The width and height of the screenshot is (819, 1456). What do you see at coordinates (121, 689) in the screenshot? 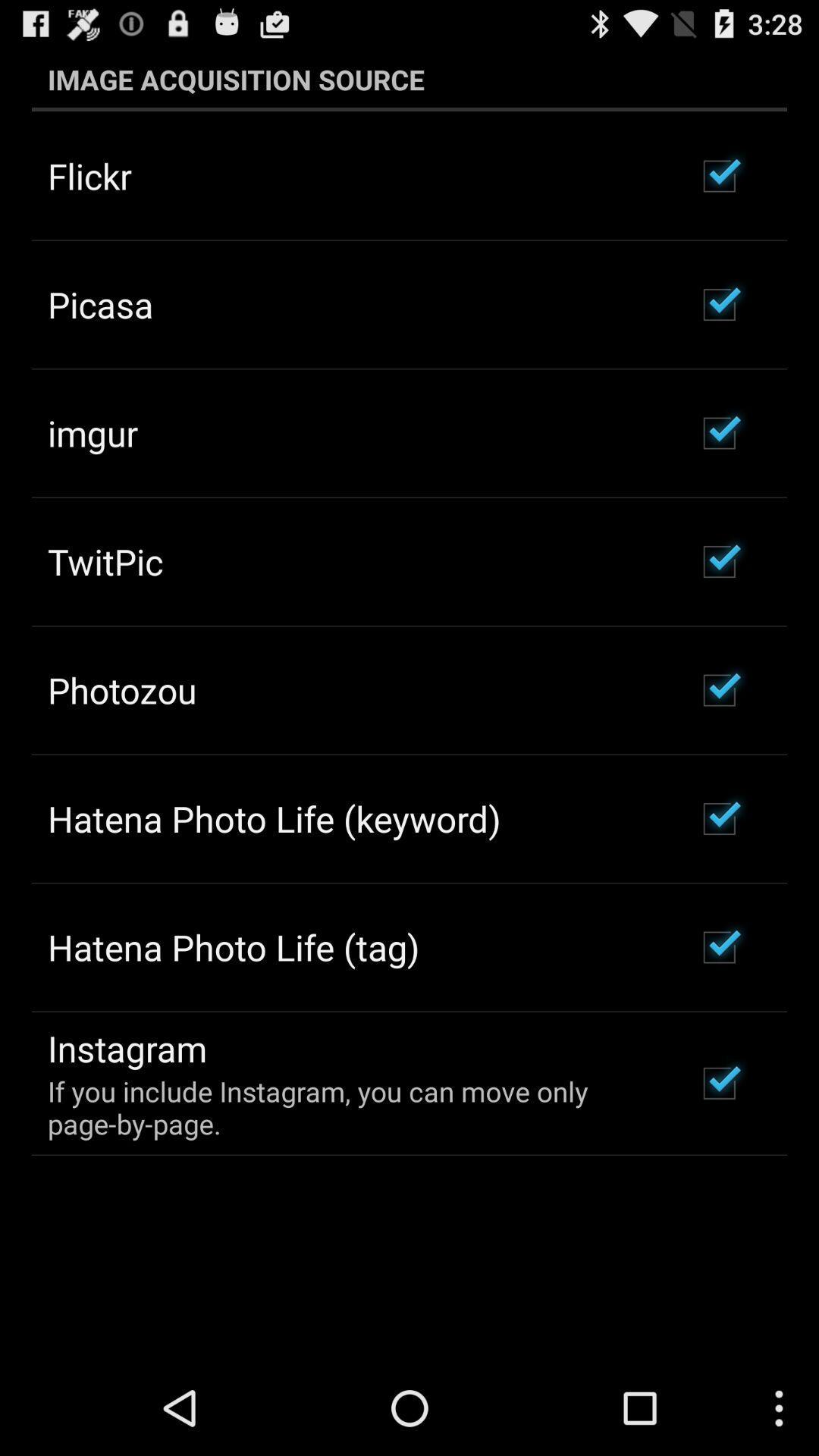
I see `photozou item` at bounding box center [121, 689].